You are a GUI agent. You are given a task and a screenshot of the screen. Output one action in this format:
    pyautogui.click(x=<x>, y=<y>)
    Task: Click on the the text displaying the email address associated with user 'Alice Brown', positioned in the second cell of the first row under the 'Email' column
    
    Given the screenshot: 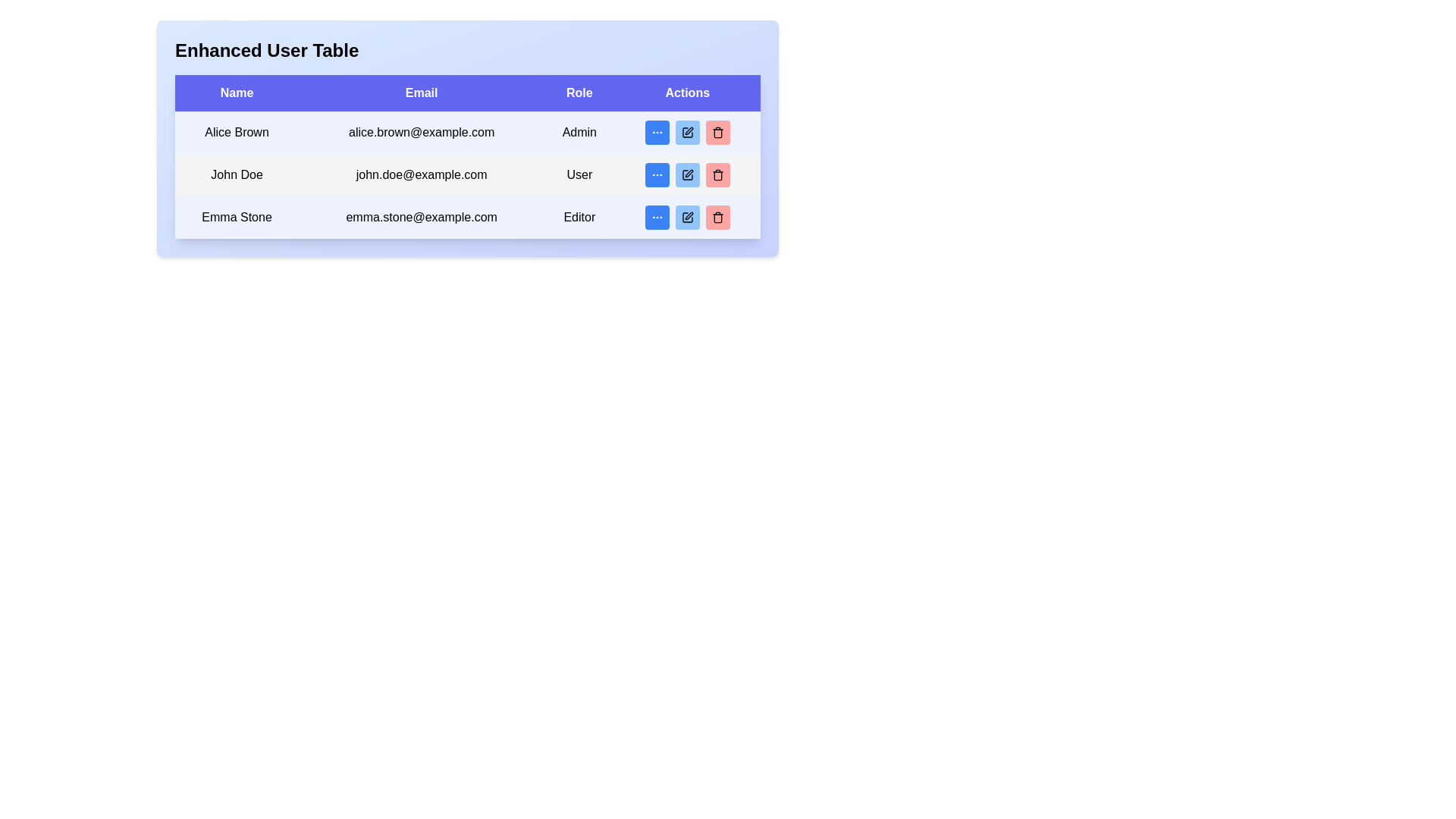 What is the action you would take?
    pyautogui.click(x=422, y=131)
    